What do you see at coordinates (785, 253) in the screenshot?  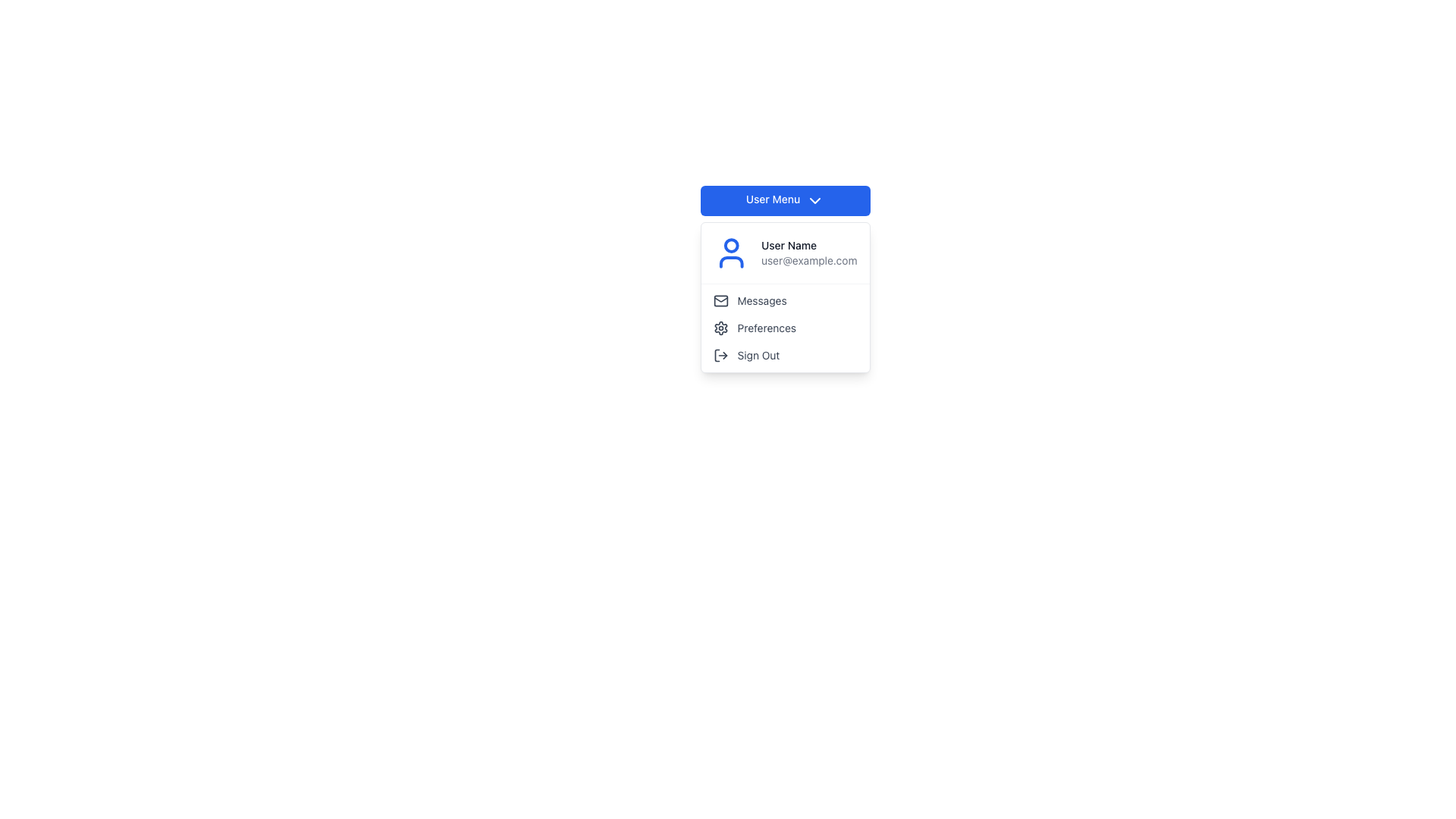 I see `the User Profile Section located below the 'User Menu' header` at bounding box center [785, 253].